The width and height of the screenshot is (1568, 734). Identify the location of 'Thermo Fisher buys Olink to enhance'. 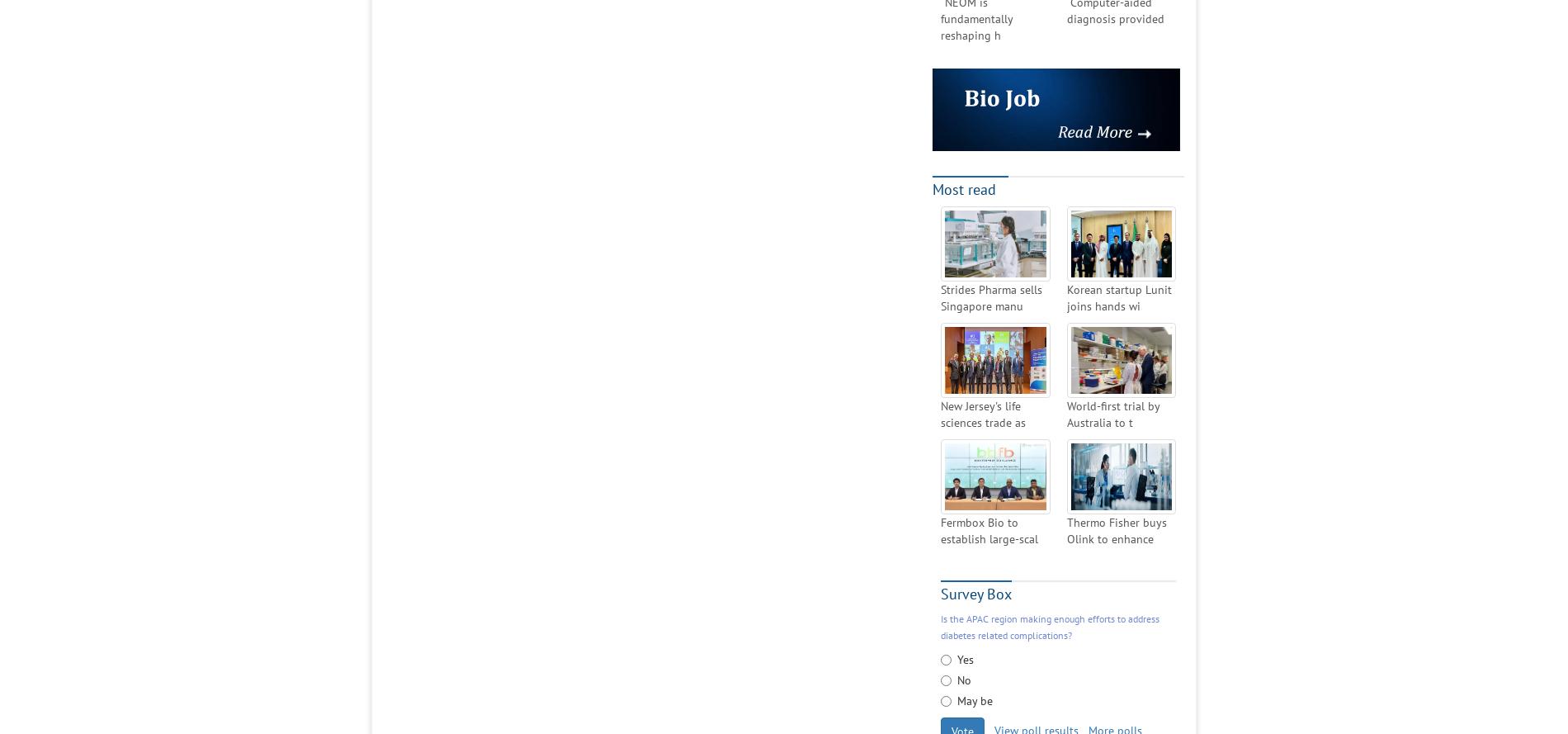
(1115, 530).